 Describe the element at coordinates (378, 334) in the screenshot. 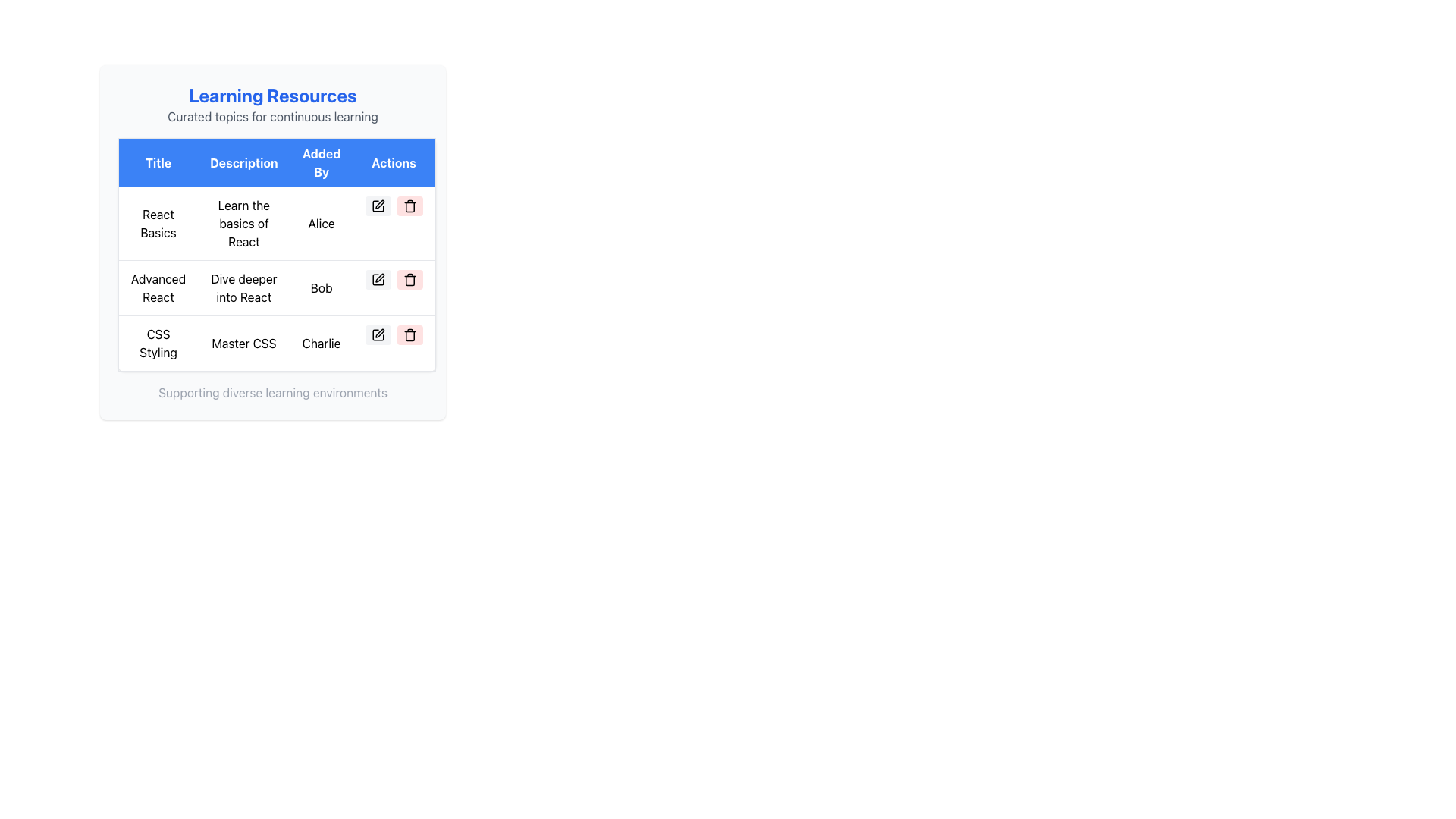

I see `the small rectangular button with rounded corners and a pen icon located in the third row of the 'Actions' column` at that location.